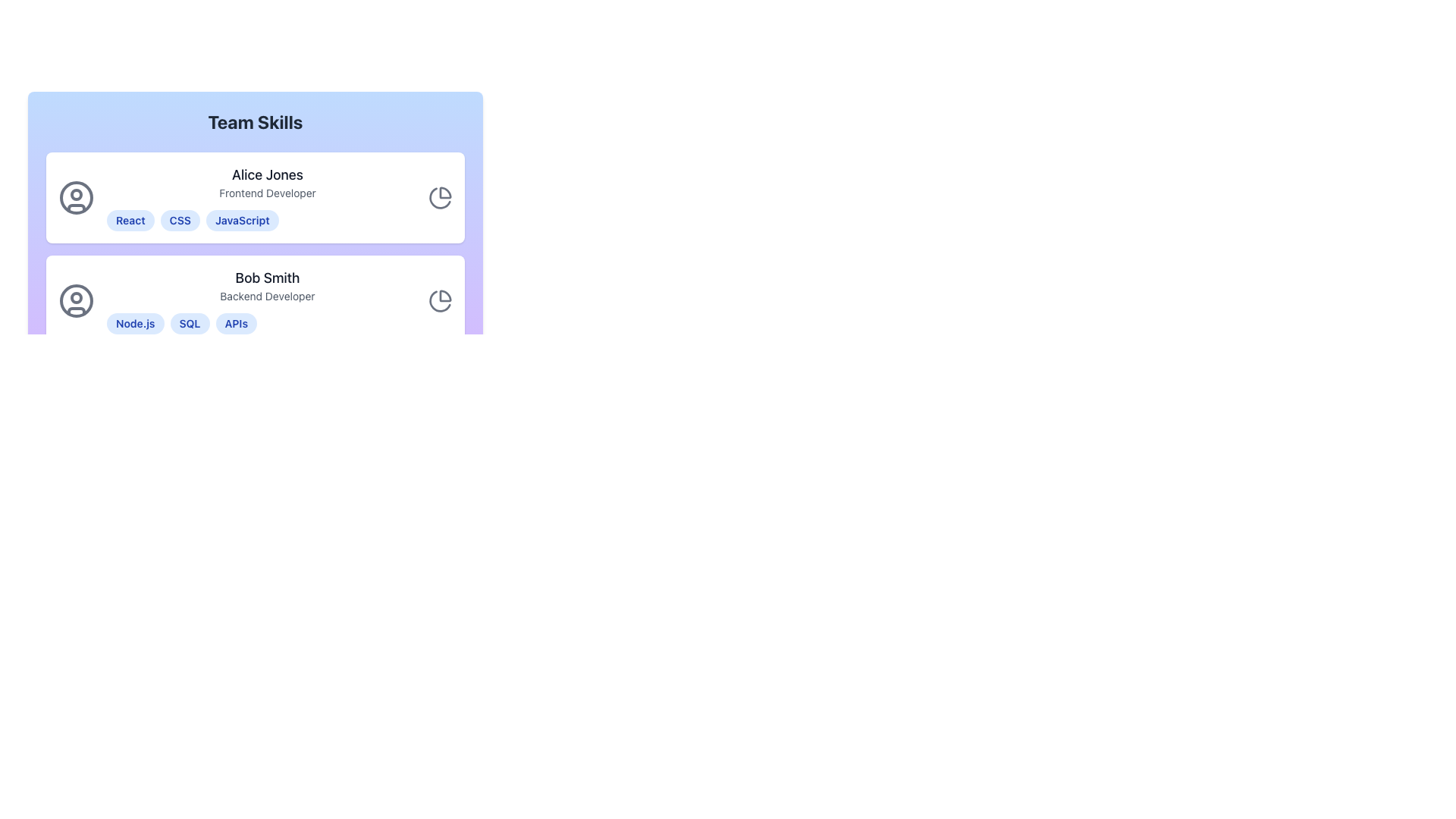  What do you see at coordinates (268, 296) in the screenshot?
I see `the 'Backend Developer' text label, which is styled in gray font and located beneath the name 'Bob Smith' in the 'Team Skills' section` at bounding box center [268, 296].